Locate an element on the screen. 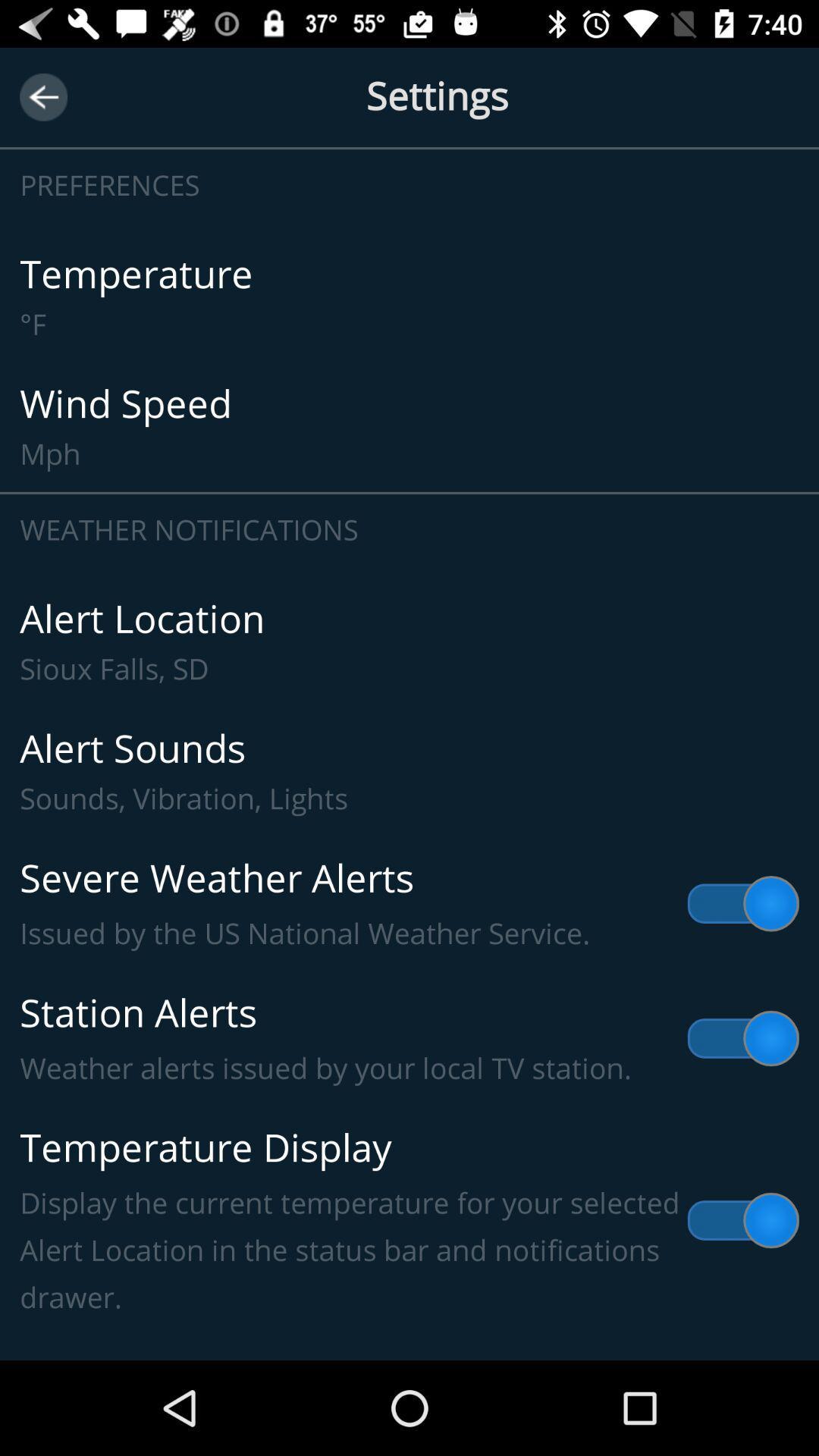 The height and width of the screenshot is (1456, 819). item above the severe weather alerts icon is located at coordinates (409, 771).